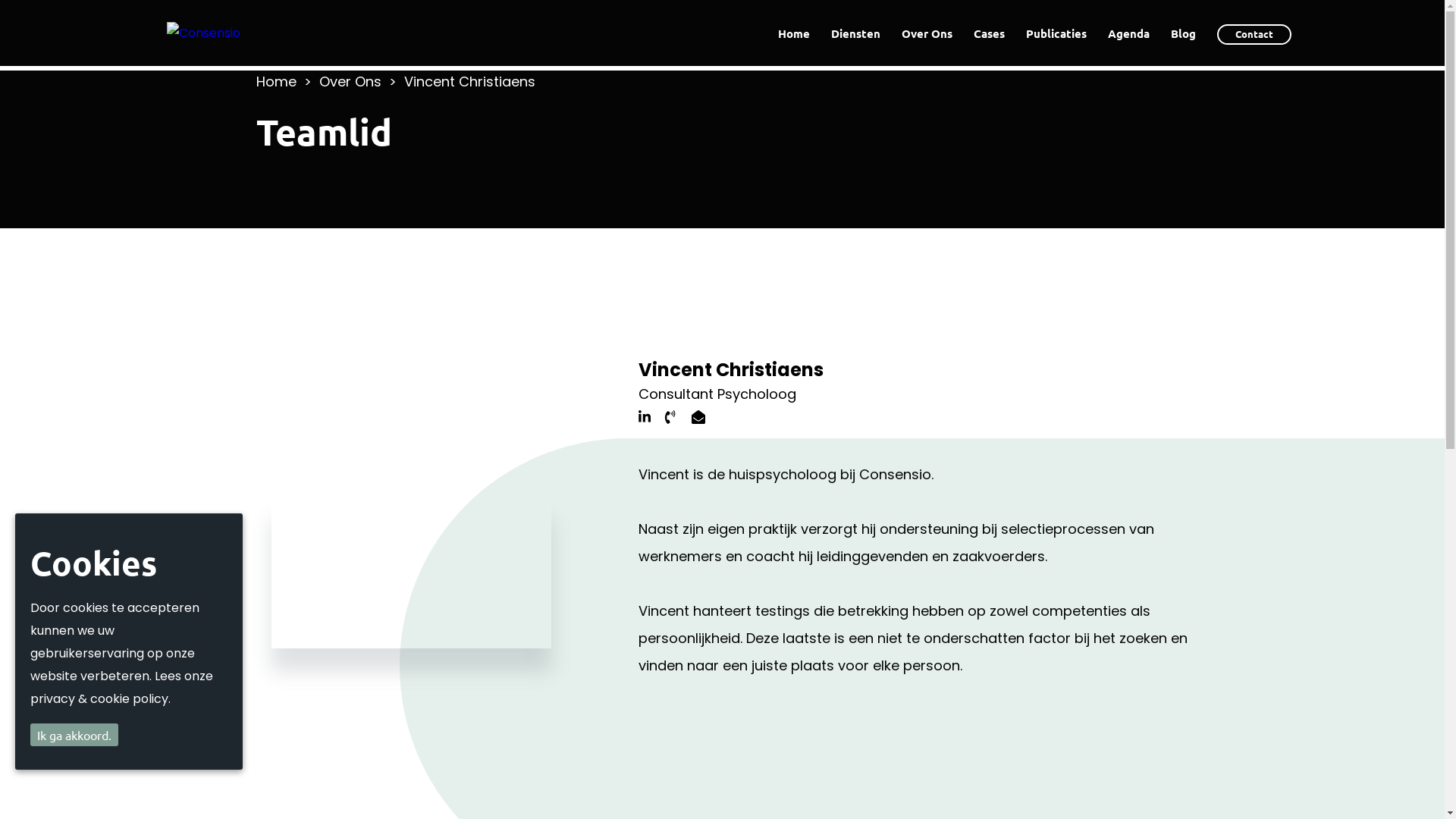 The width and height of the screenshot is (1456, 819). Describe the element at coordinates (1055, 32) in the screenshot. I see `'Publicaties'` at that location.